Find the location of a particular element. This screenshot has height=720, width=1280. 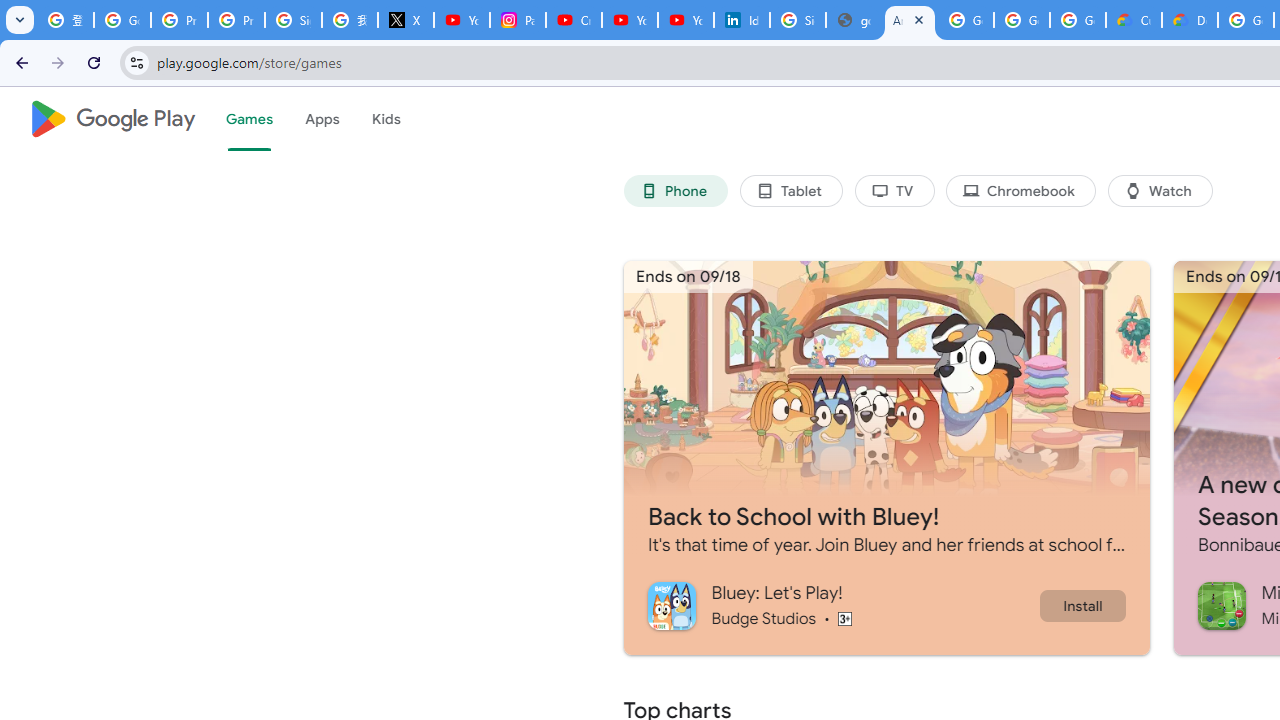

'Kids' is located at coordinates (385, 119).